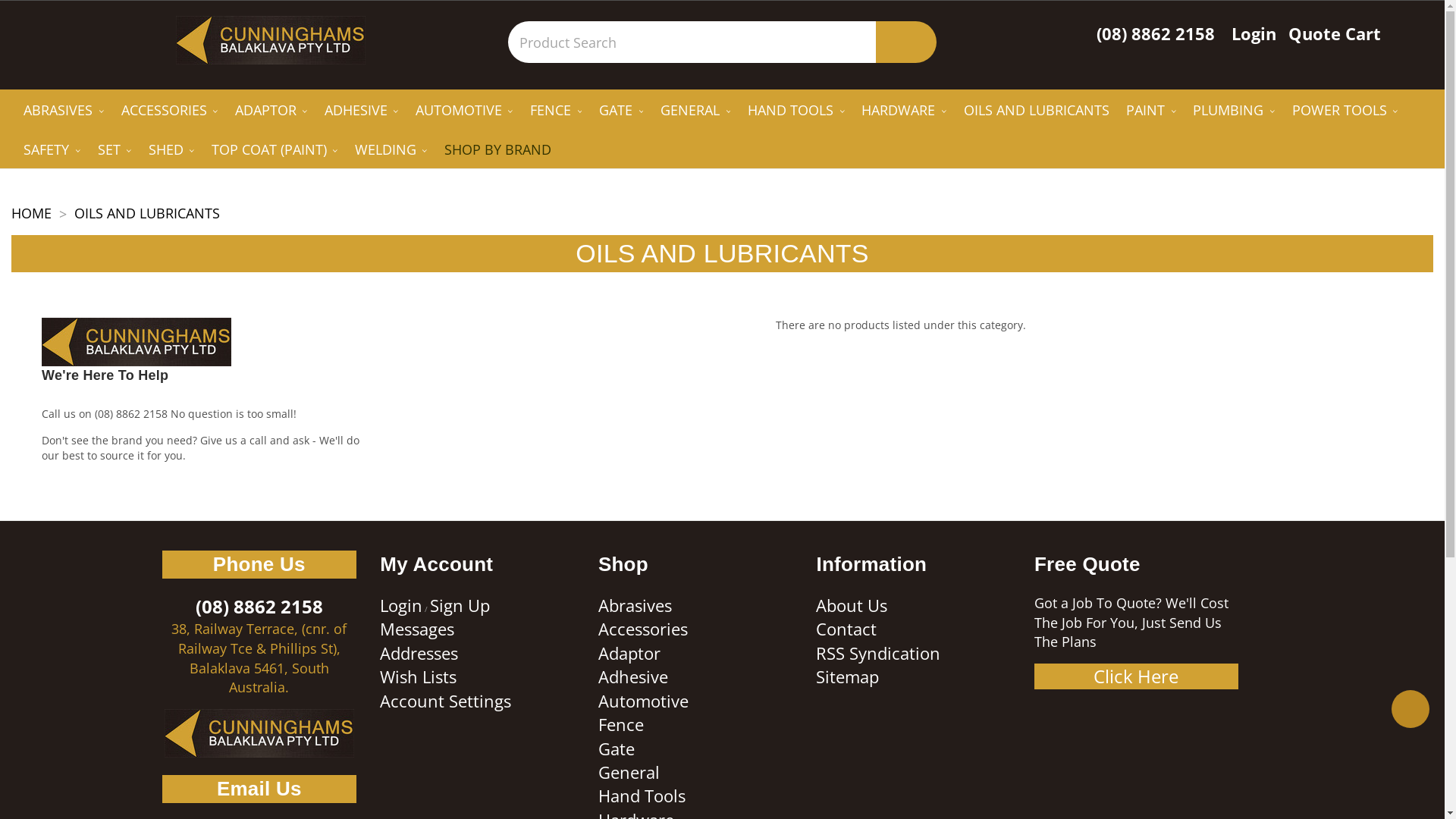 The image size is (1456, 819). I want to click on 'GENERAL', so click(695, 111).